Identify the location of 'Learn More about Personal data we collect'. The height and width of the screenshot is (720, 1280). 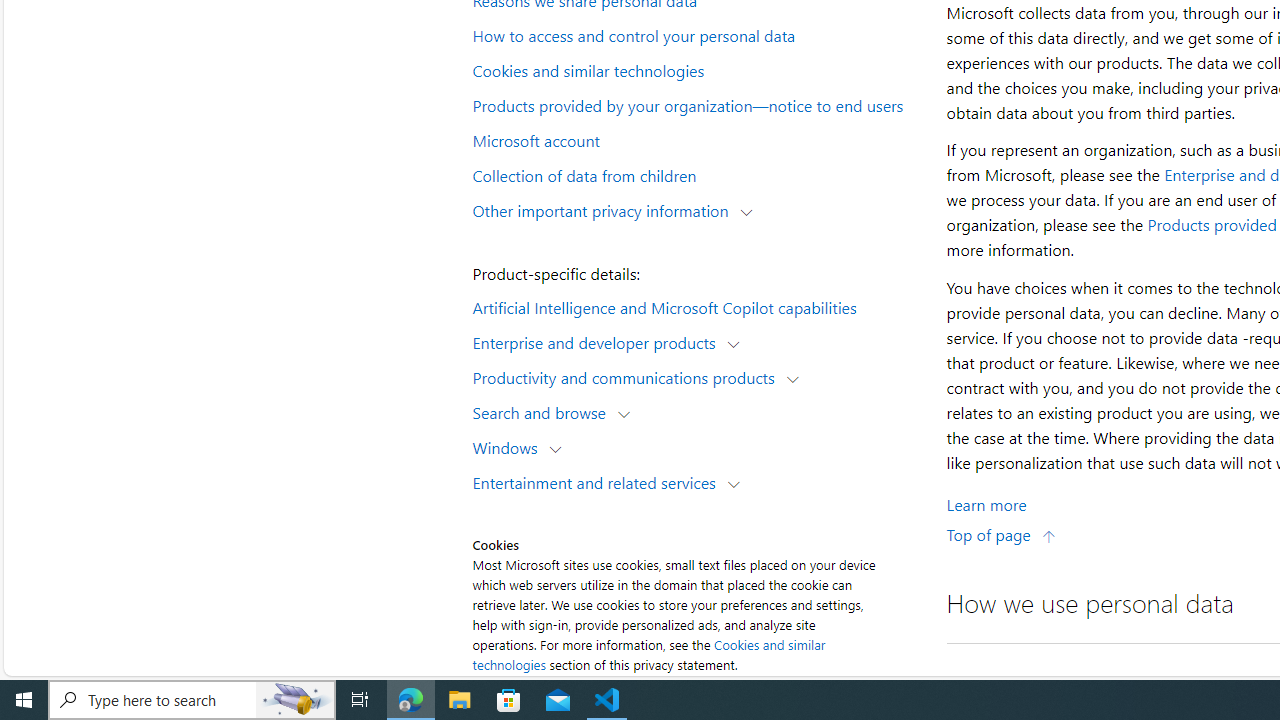
(986, 503).